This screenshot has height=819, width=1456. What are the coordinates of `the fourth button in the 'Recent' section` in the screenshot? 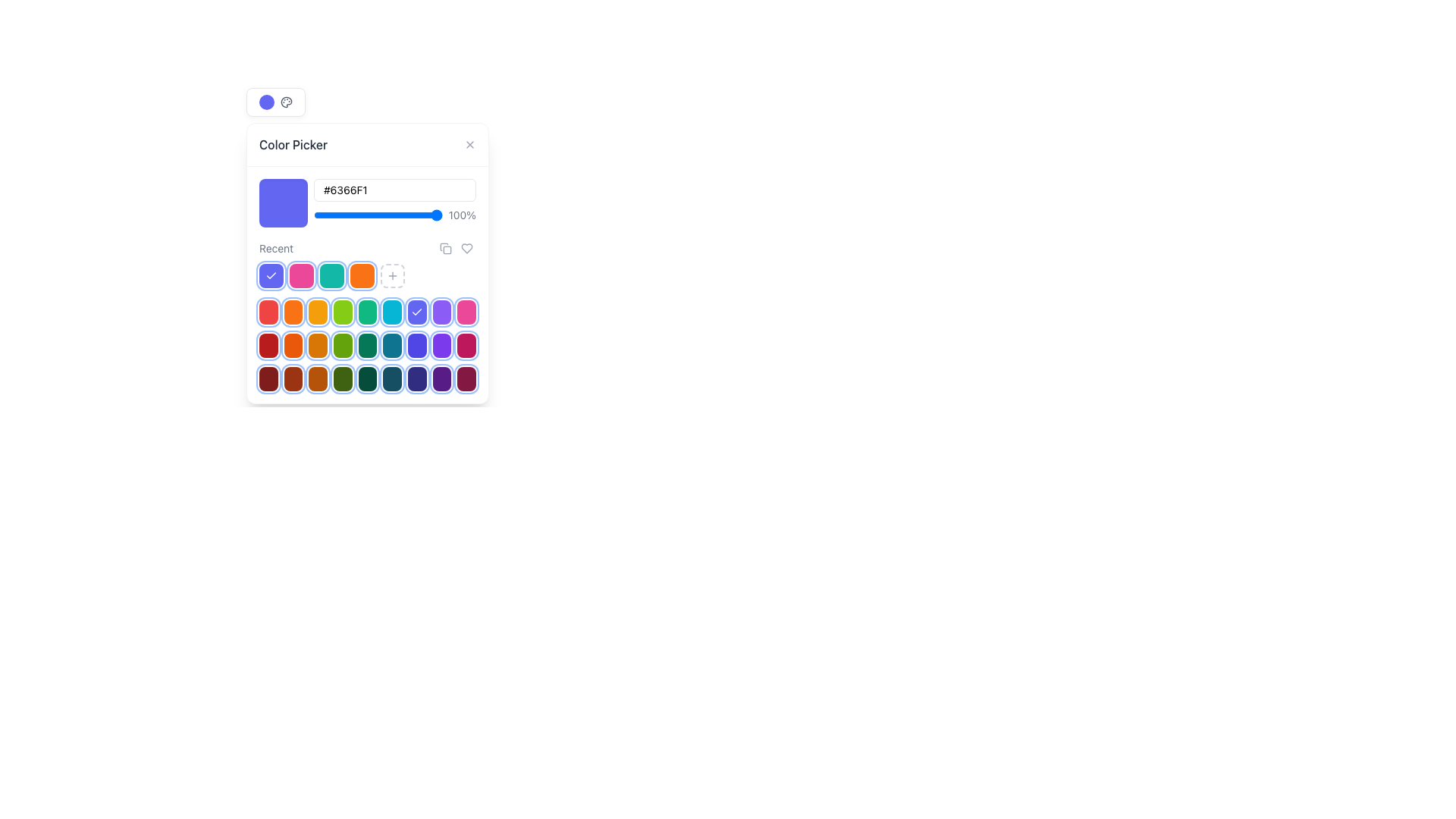 It's located at (342, 378).